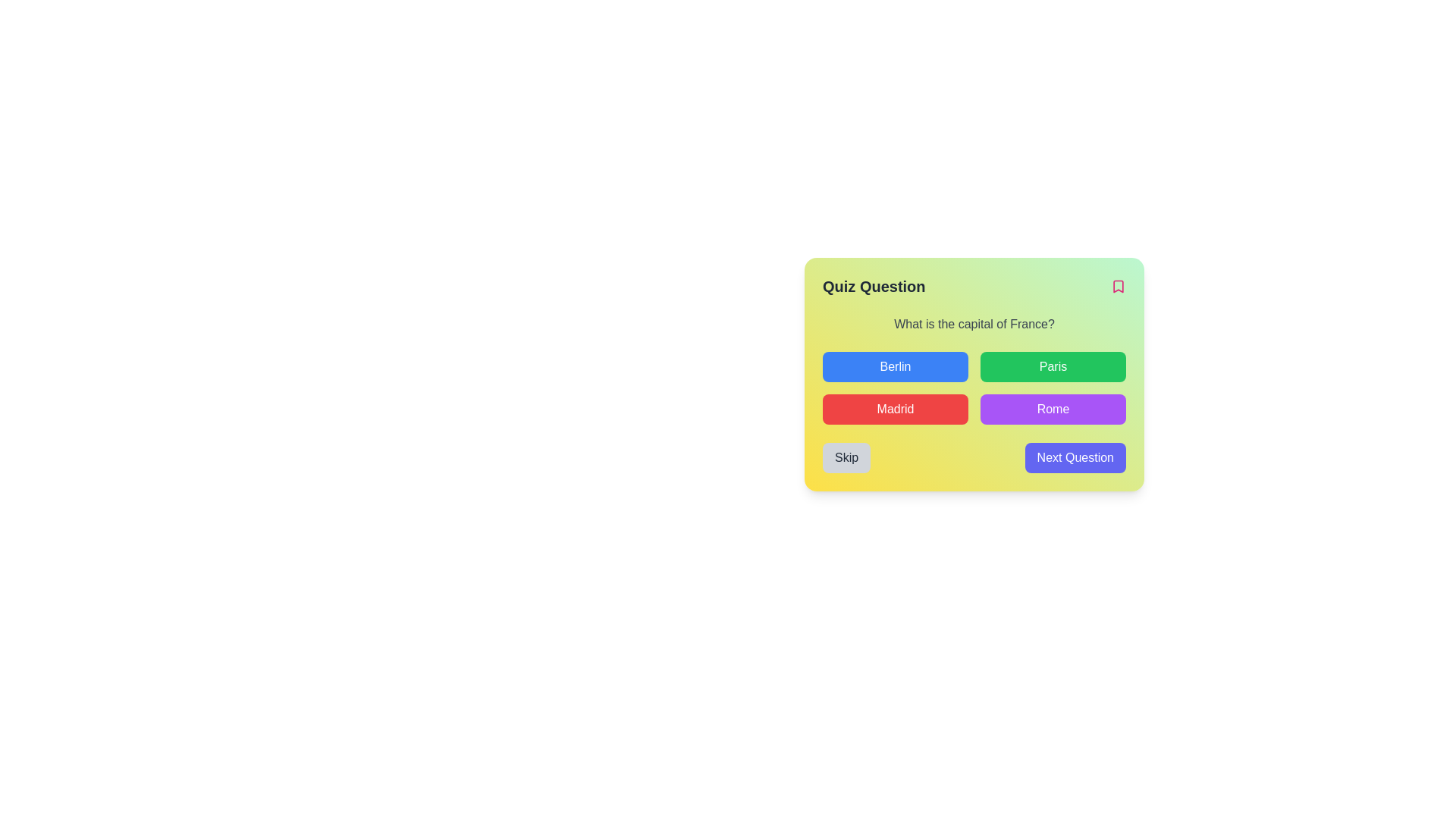 This screenshot has height=819, width=1456. What do you see at coordinates (1052, 366) in the screenshot?
I see `the button labeled 'Paris', which is a green button with white text, to trigger its hover state` at bounding box center [1052, 366].